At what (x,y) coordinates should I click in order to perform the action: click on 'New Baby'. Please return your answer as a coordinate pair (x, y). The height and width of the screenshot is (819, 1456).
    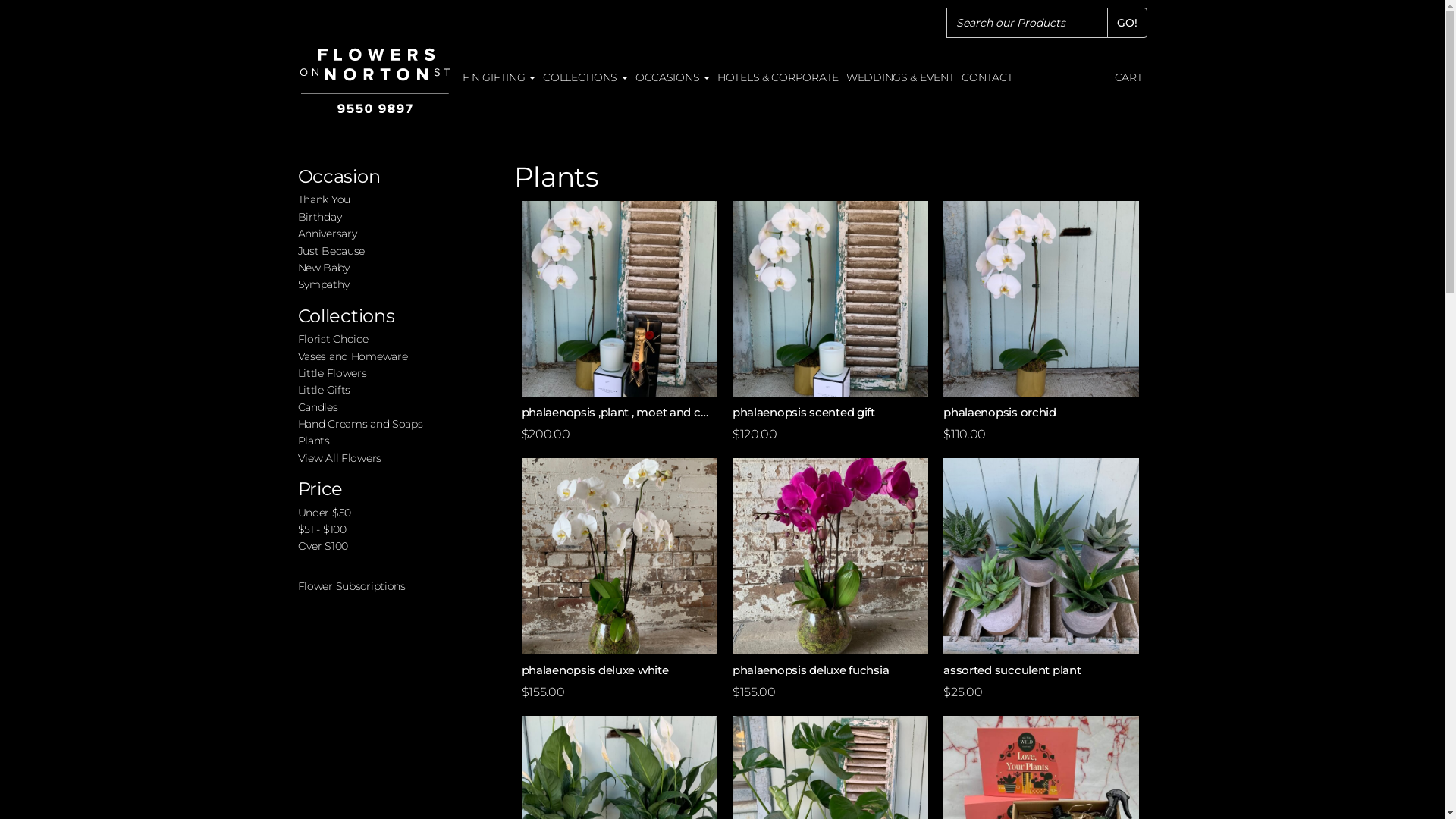
    Looking at the image, I should click on (322, 267).